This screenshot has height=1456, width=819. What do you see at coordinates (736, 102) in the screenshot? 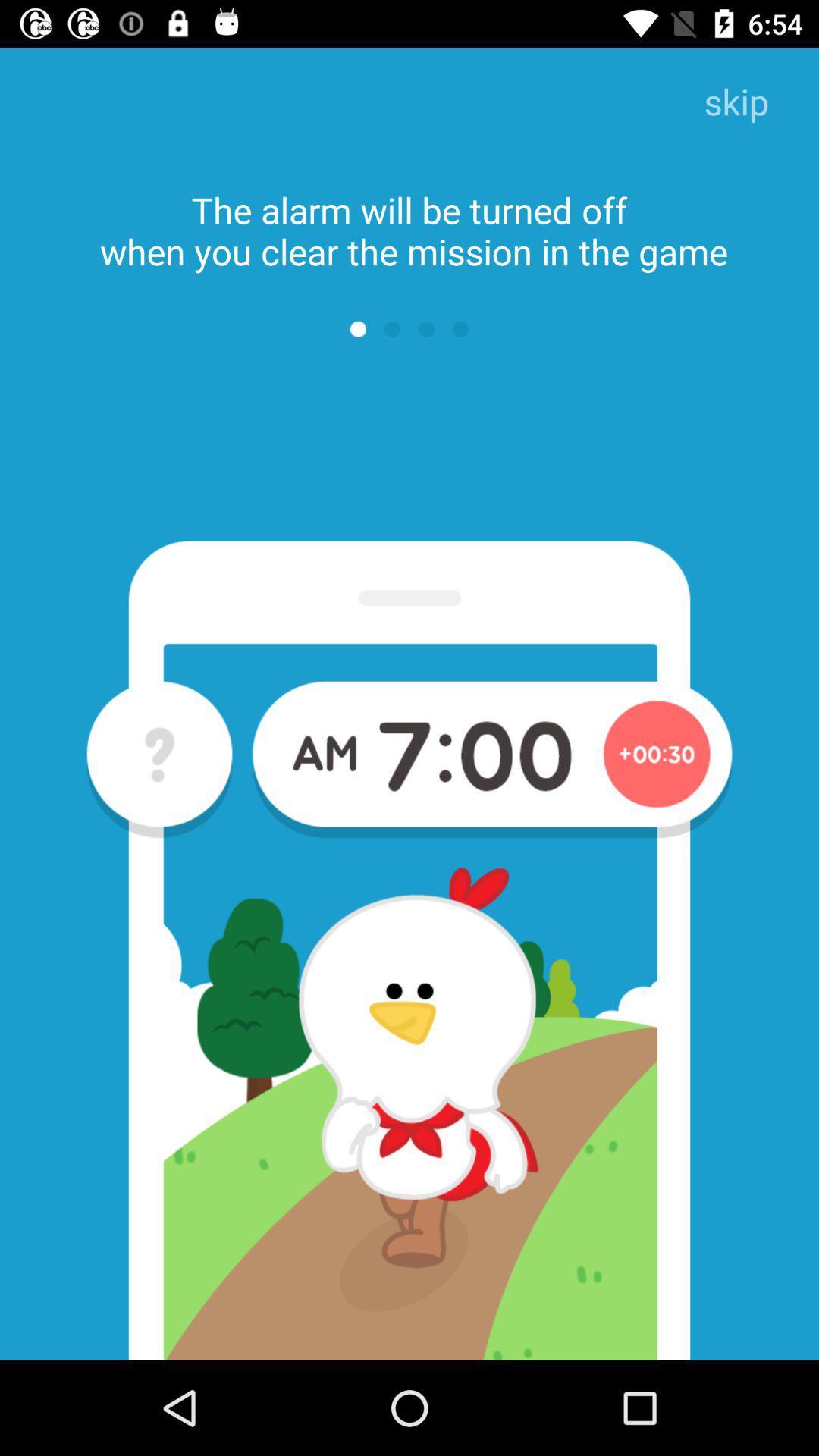
I see `skip item` at bounding box center [736, 102].